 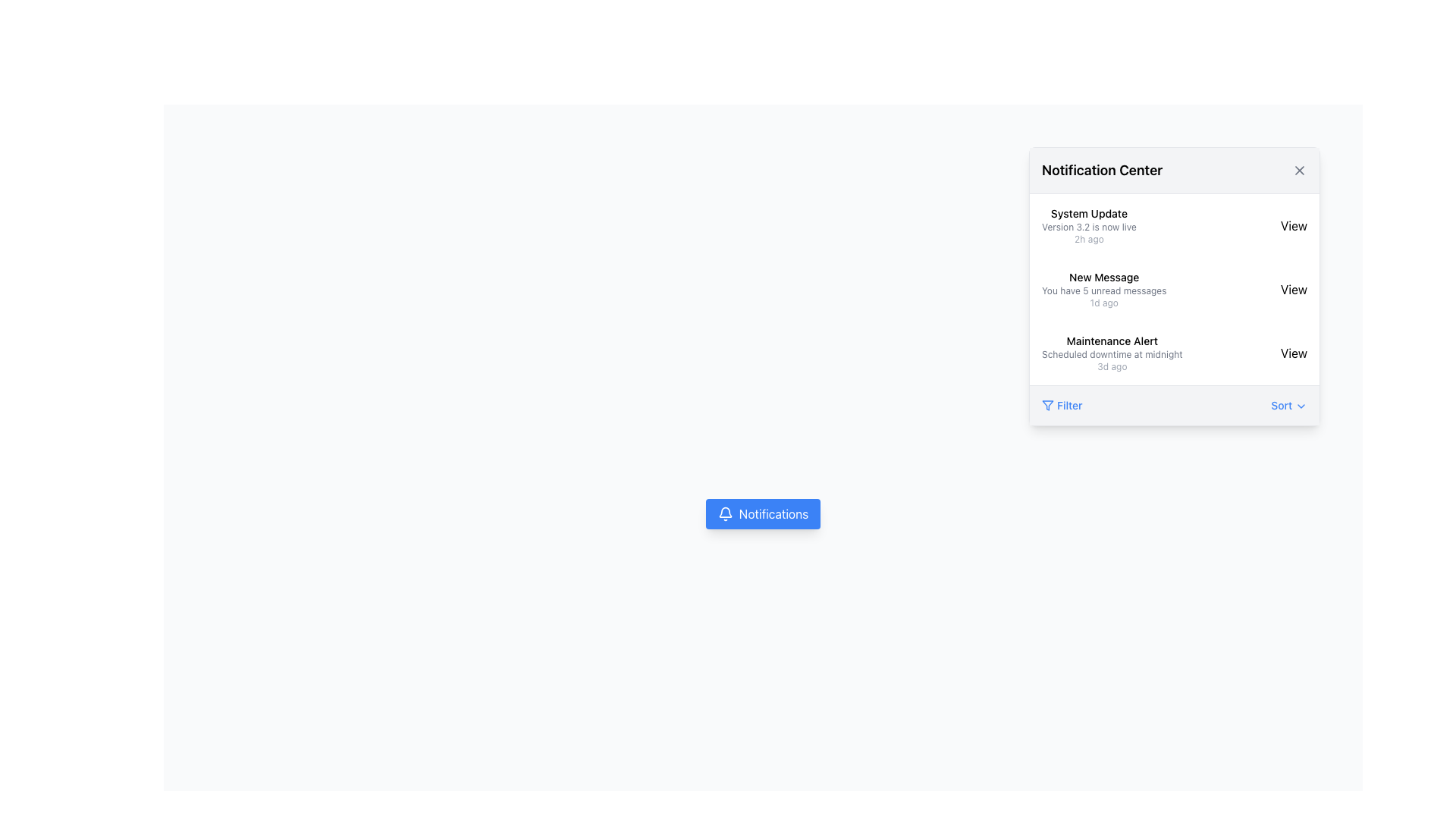 What do you see at coordinates (1047, 405) in the screenshot?
I see `the filtering icon located in the footer row of the notification panel, next to the 'Filter' label to initiate filtering` at bounding box center [1047, 405].